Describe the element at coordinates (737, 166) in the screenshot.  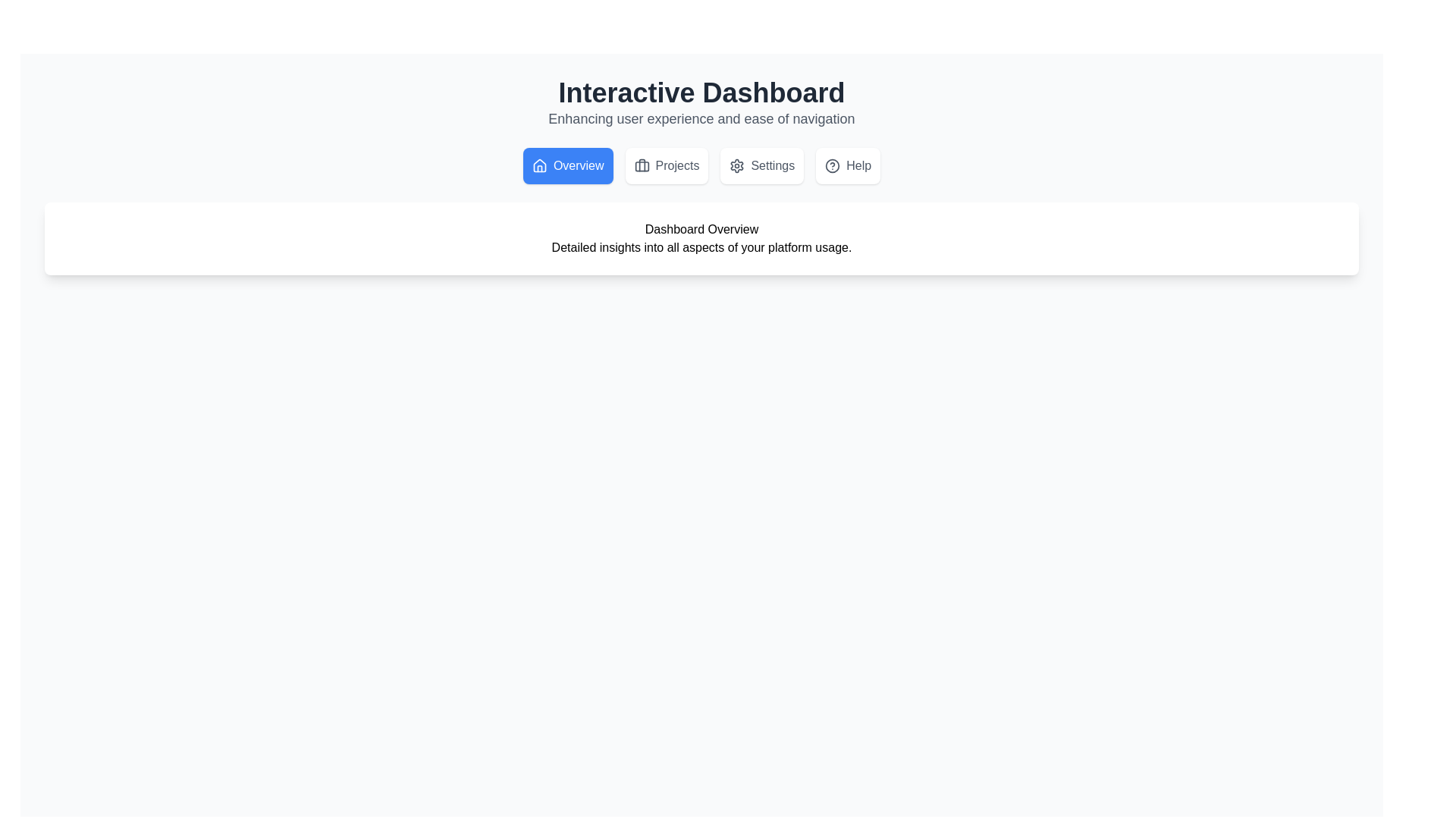
I see `the small grayscale gear icon that signifies settings functionality, located within the 'Settings' button in the navigation section` at that location.